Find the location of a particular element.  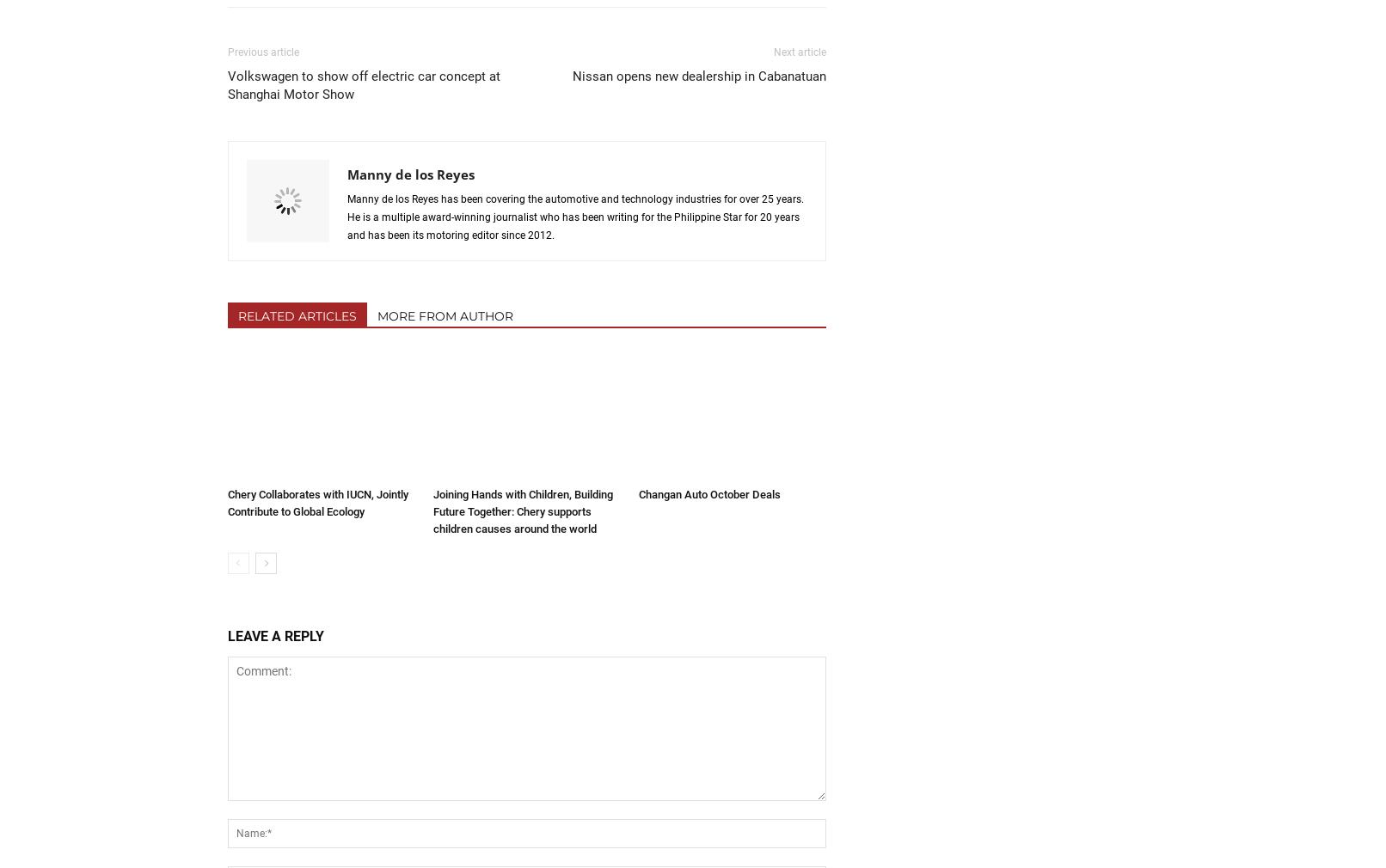

'Manny de los Reyes' is located at coordinates (408, 173).